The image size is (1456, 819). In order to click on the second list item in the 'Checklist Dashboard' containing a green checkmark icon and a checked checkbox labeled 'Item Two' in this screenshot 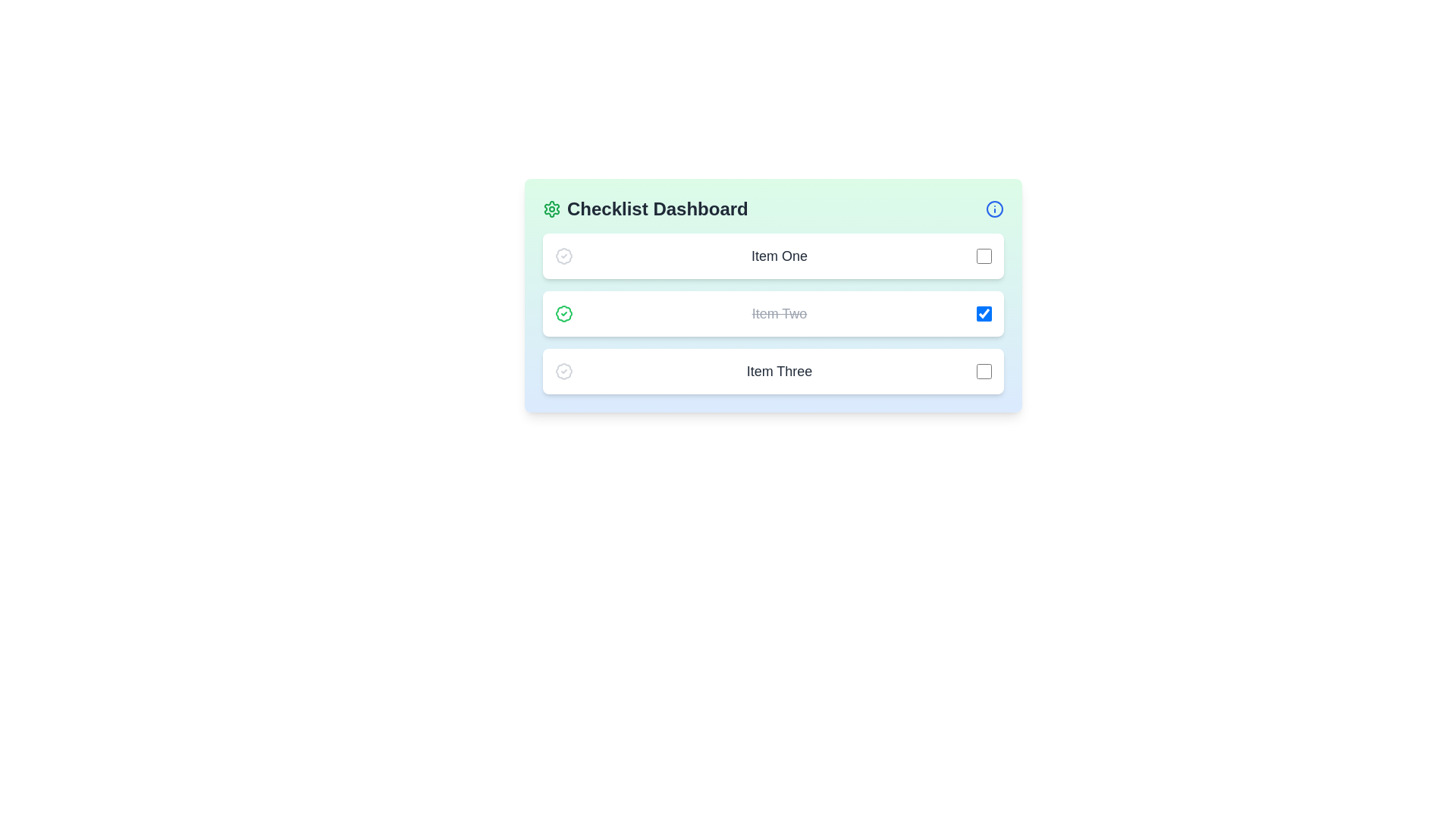, I will do `click(773, 312)`.